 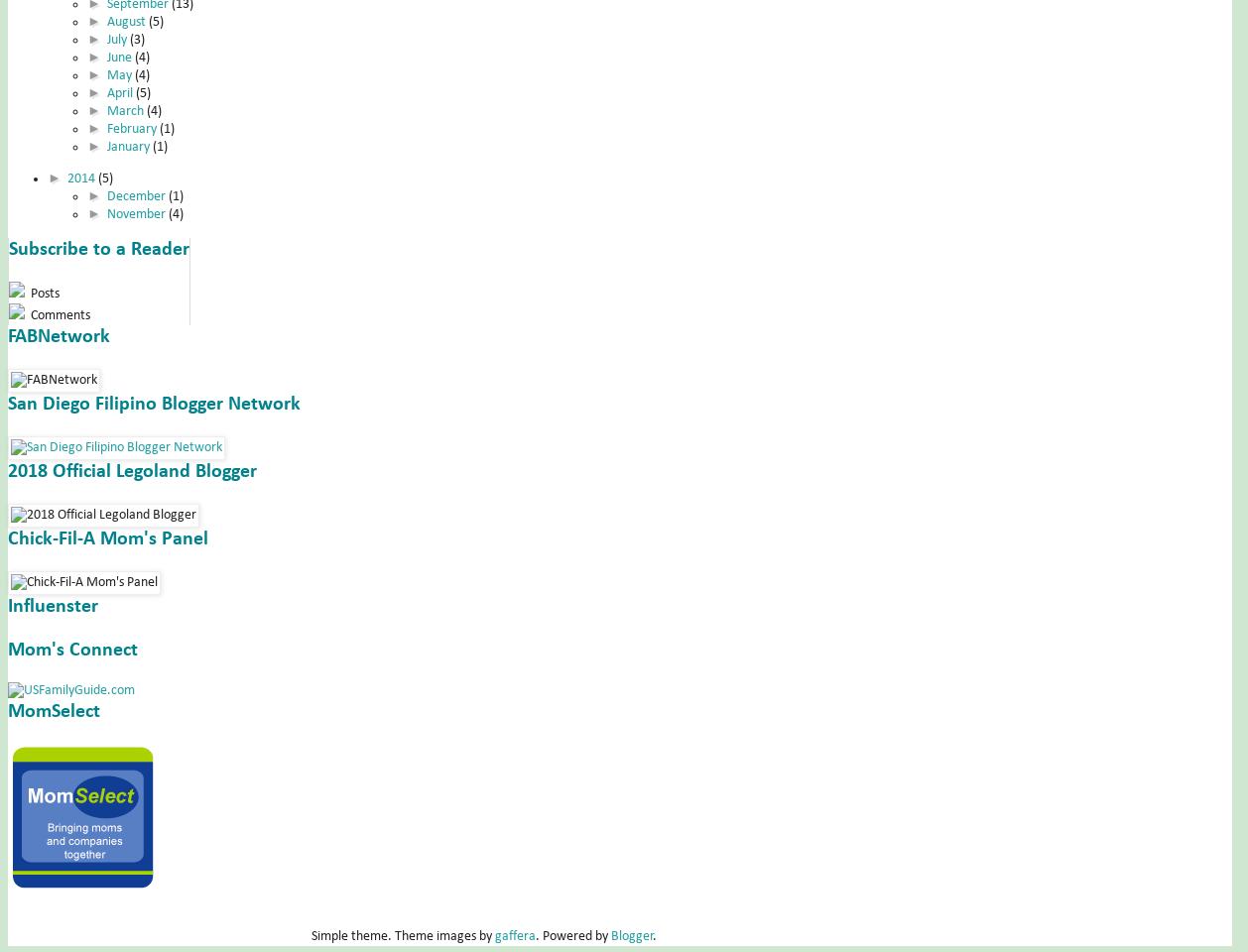 I want to click on '.', so click(x=655, y=935).